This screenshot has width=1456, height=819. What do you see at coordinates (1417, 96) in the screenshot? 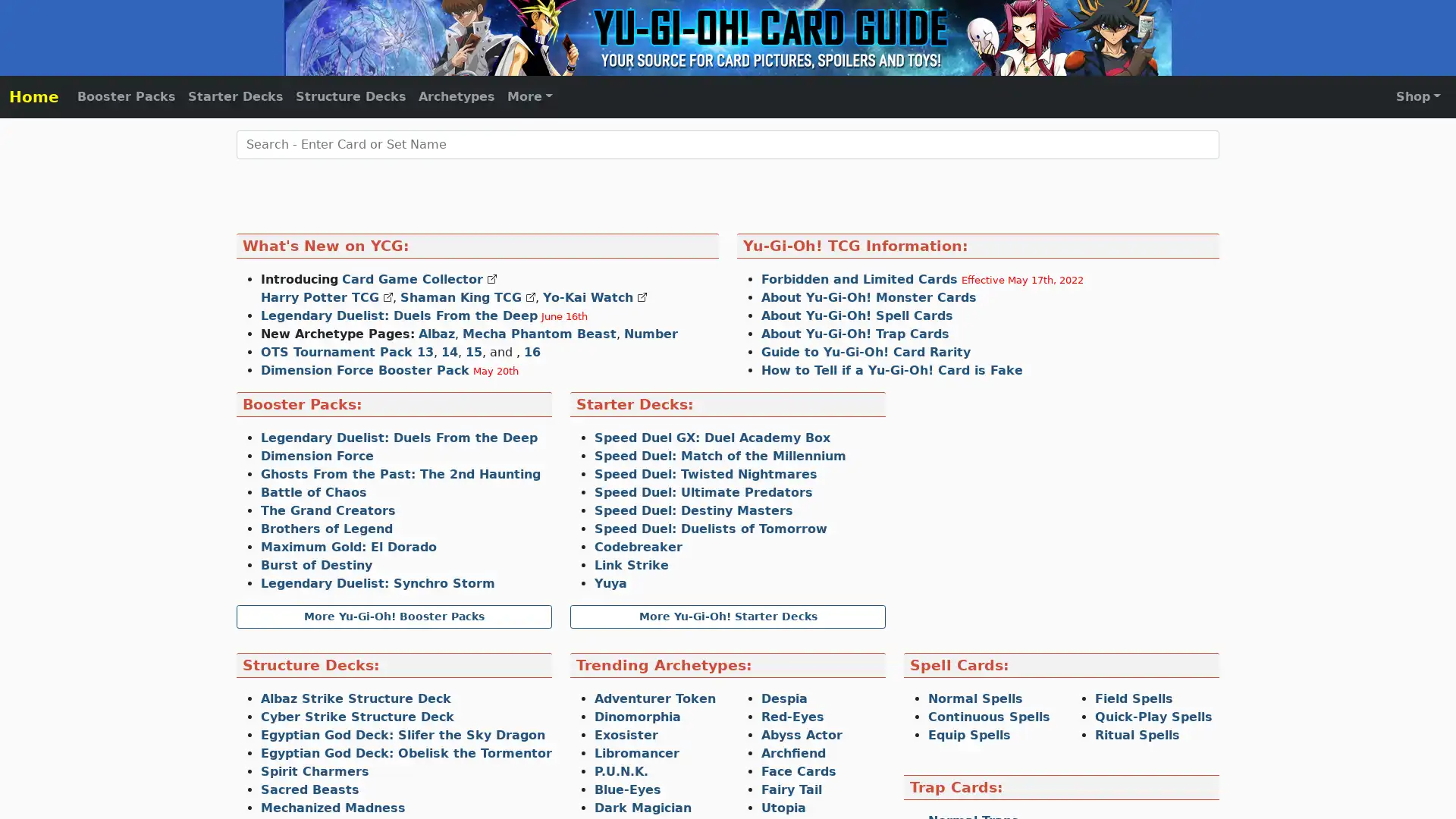
I see `Shop` at bounding box center [1417, 96].